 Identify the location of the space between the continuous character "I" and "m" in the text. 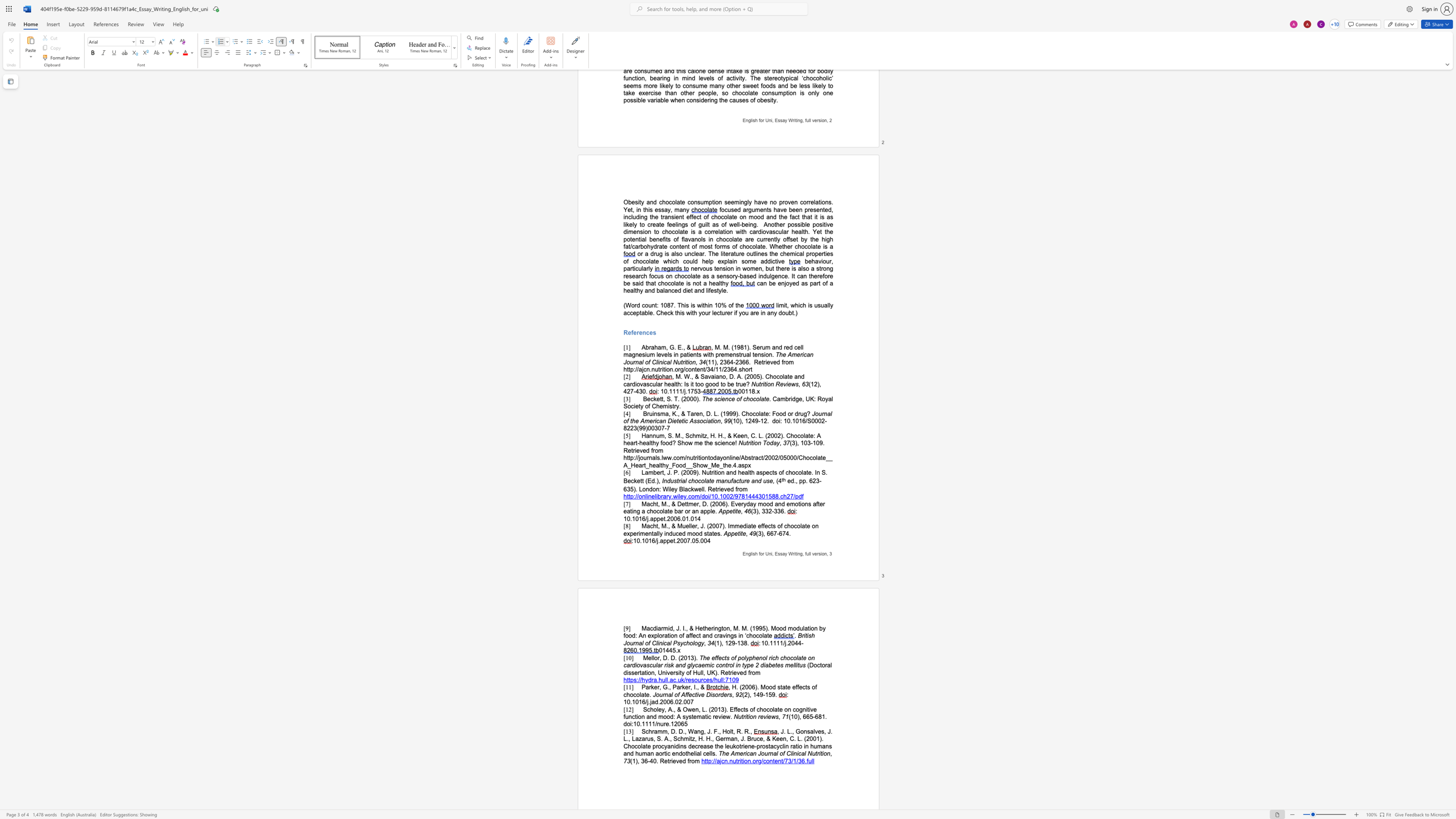
(730, 526).